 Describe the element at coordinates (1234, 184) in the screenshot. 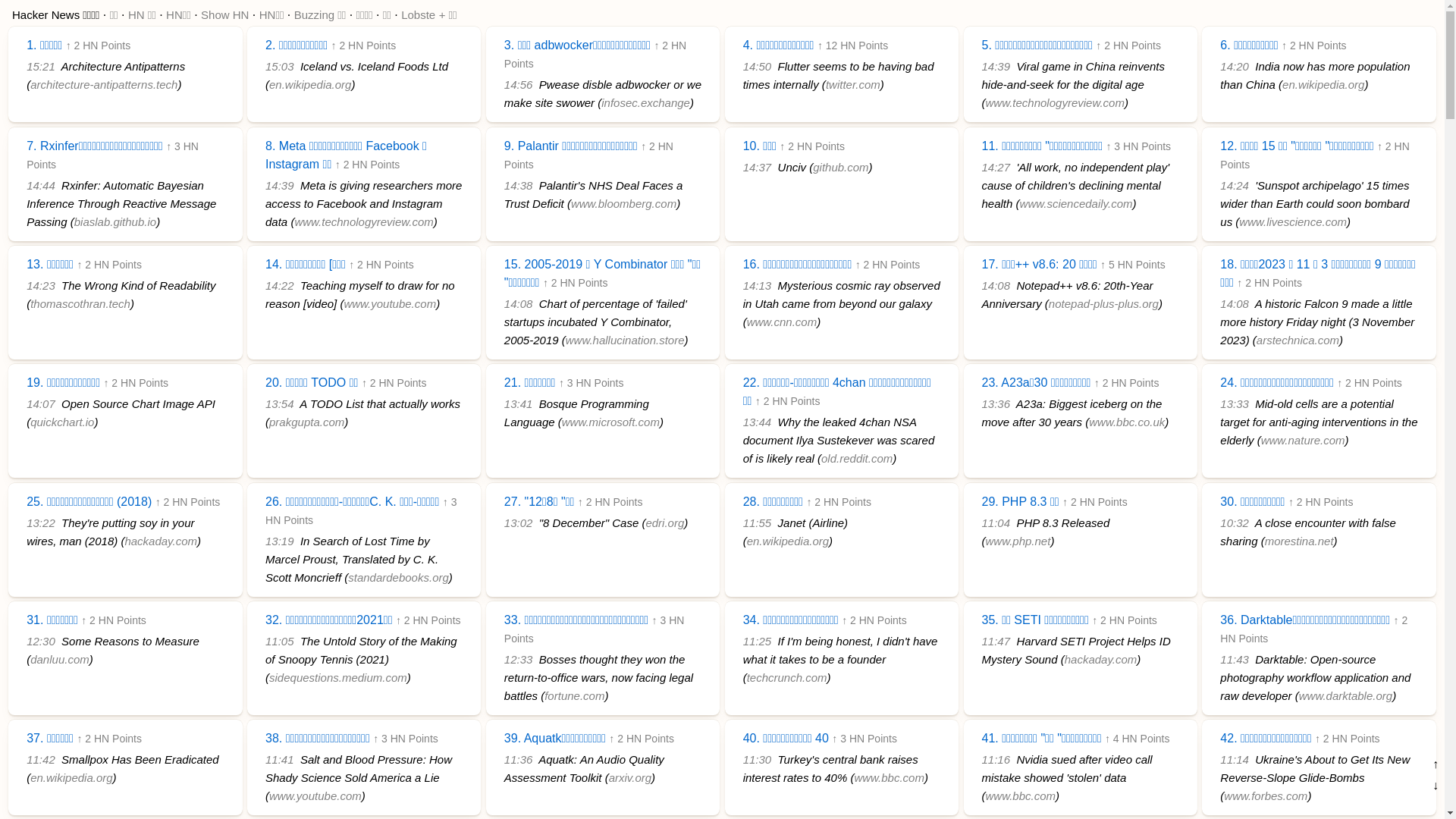

I see `'14:24'` at that location.